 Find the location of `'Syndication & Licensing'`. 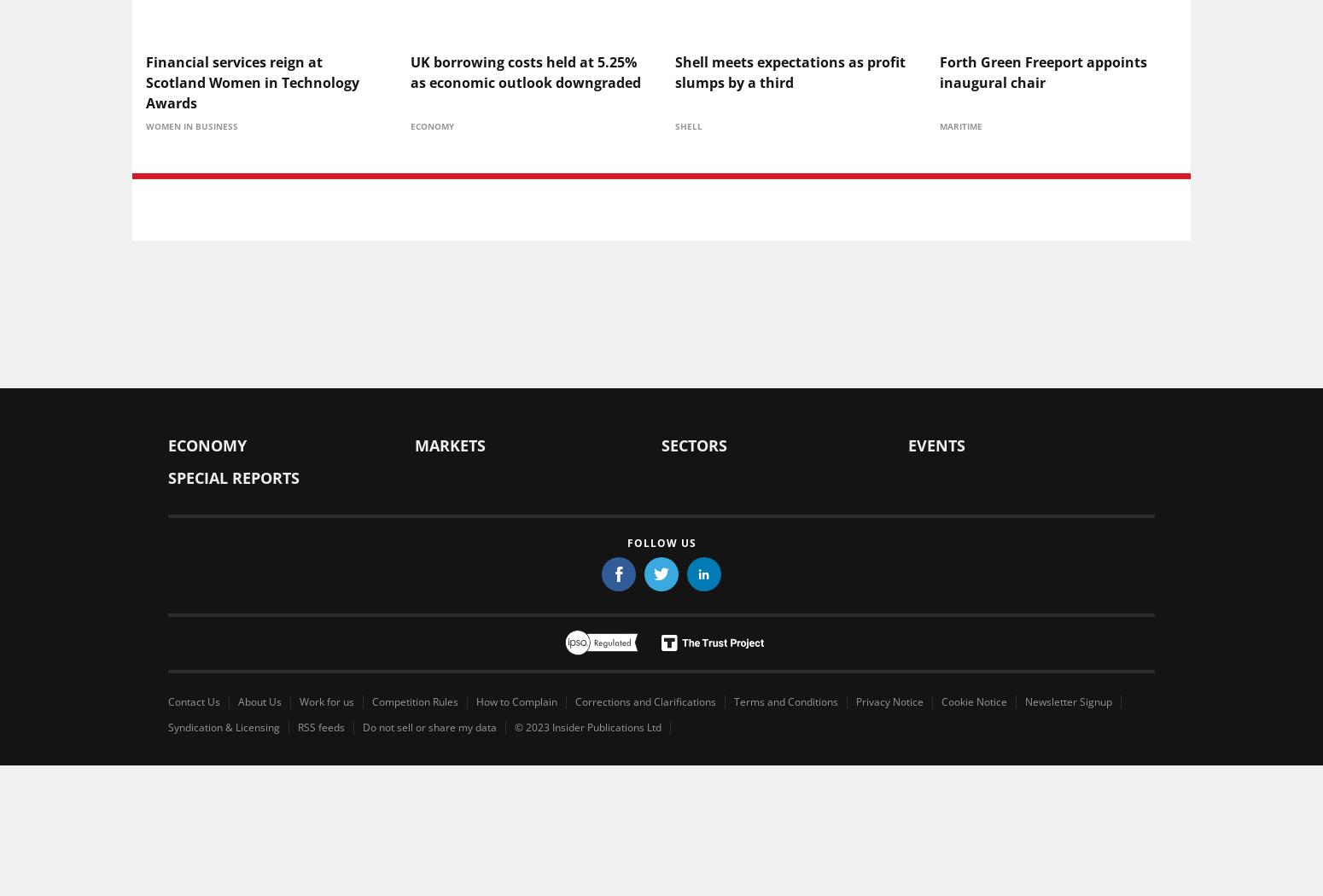

'Syndication & Licensing' is located at coordinates (224, 726).